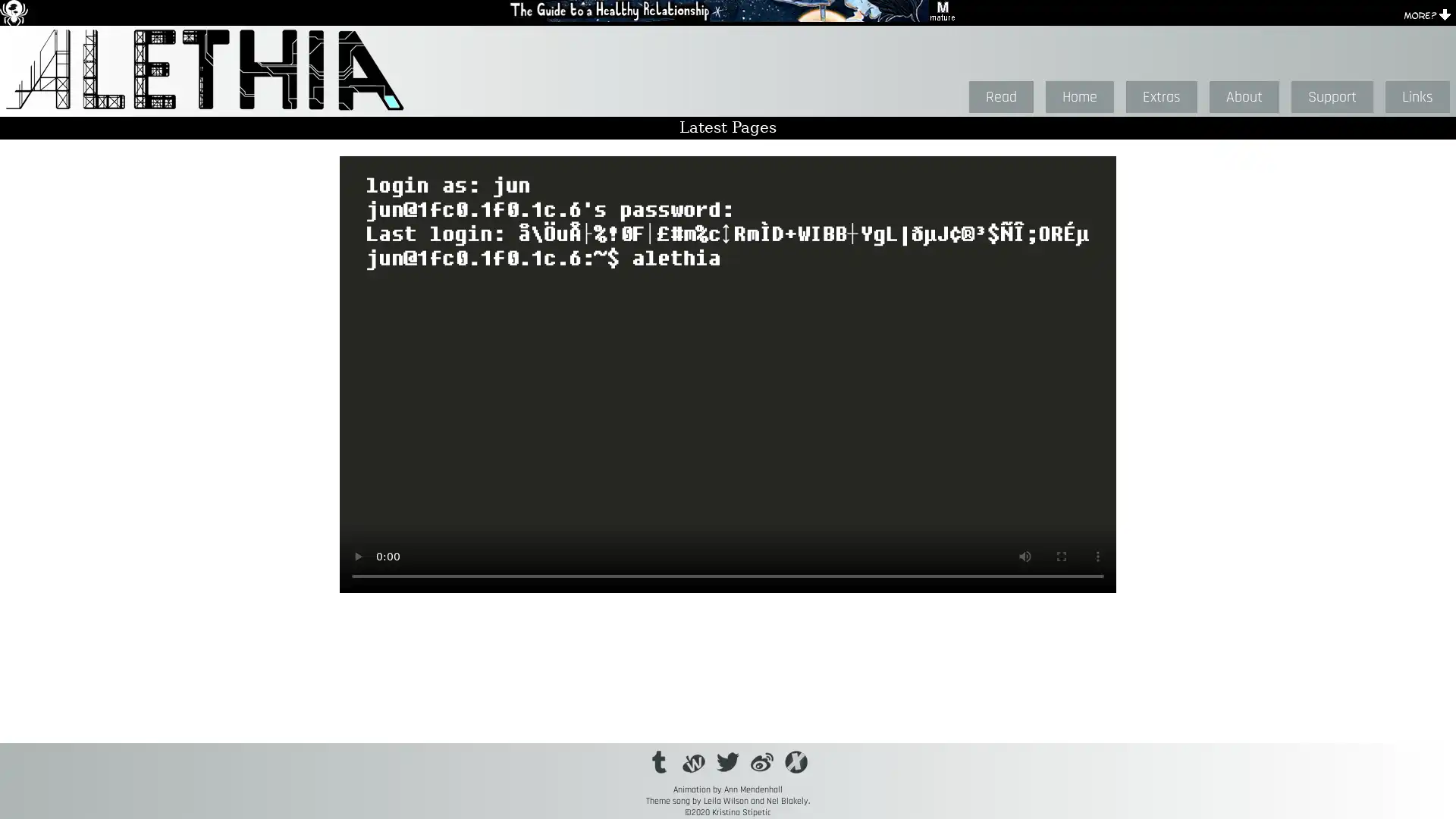  I want to click on play, so click(356, 556).